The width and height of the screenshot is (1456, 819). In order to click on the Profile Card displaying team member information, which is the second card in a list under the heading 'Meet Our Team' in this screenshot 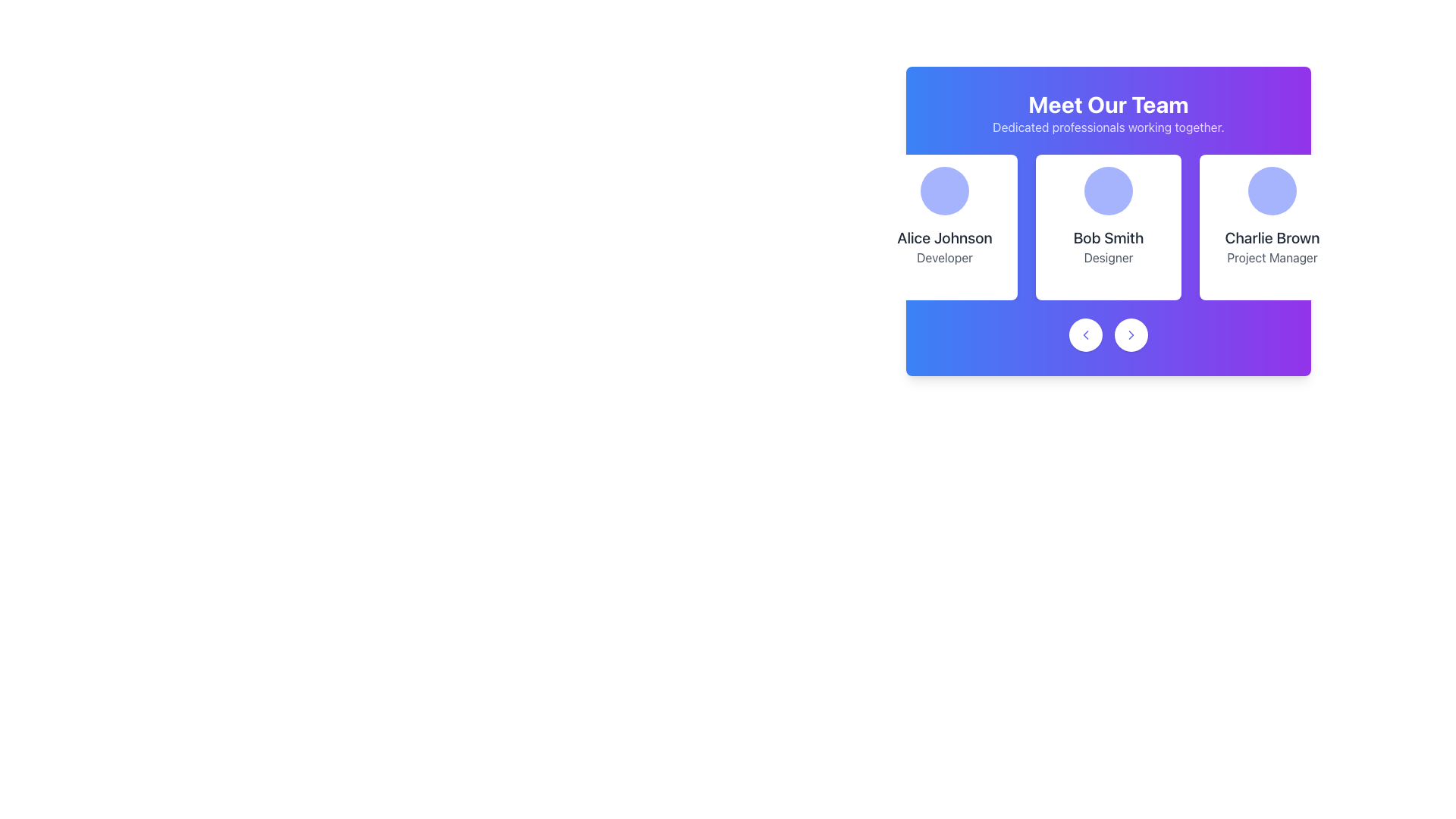, I will do `click(1109, 227)`.